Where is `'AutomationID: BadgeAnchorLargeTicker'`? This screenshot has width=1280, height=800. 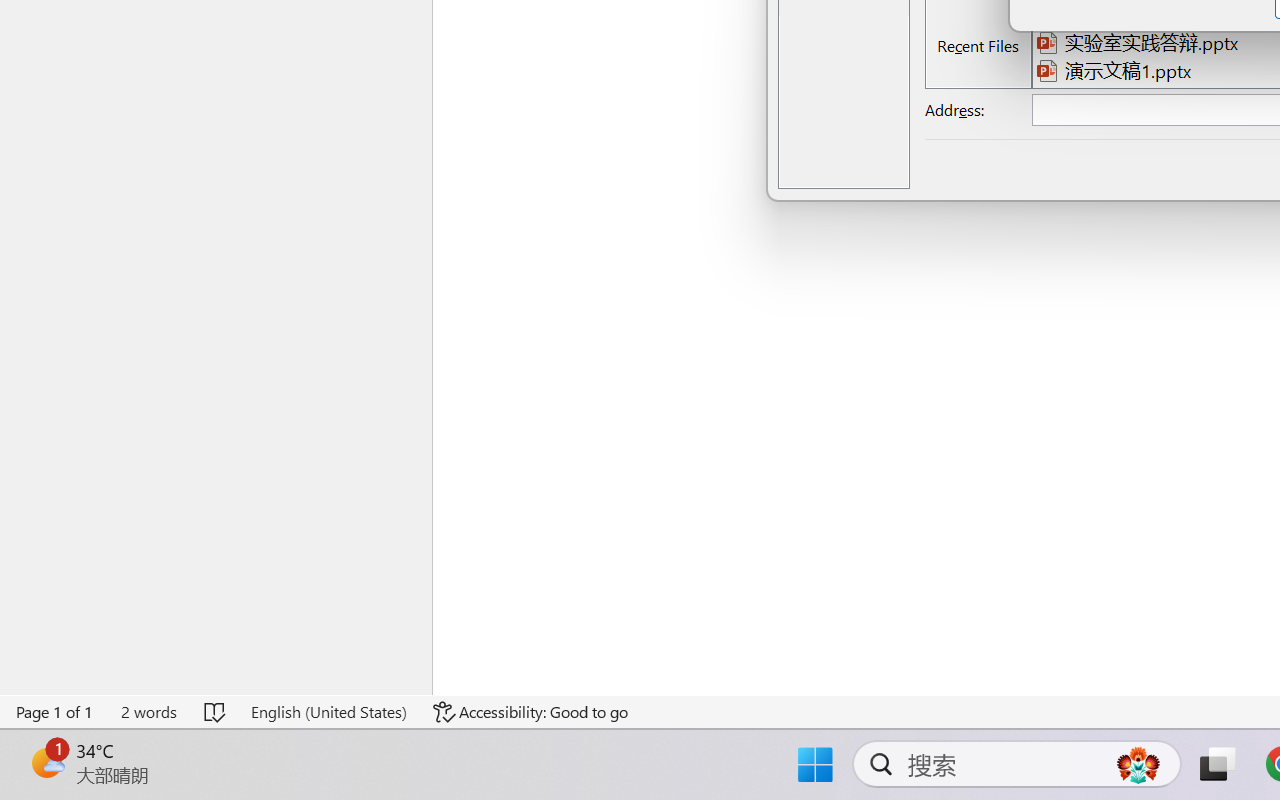 'AutomationID: BadgeAnchorLargeTicker' is located at coordinates (46, 762).